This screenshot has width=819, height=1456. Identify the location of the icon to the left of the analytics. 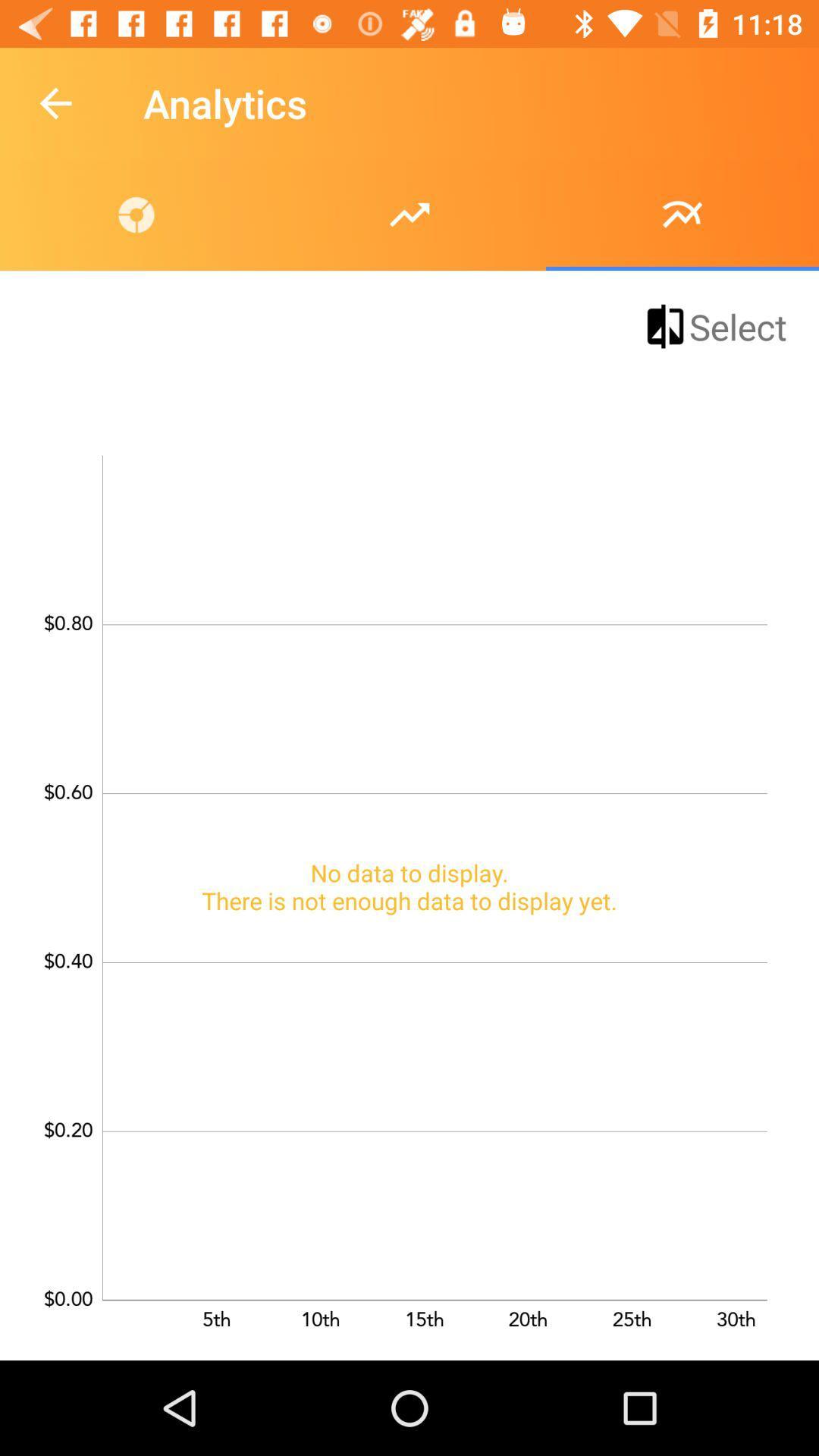
(55, 102).